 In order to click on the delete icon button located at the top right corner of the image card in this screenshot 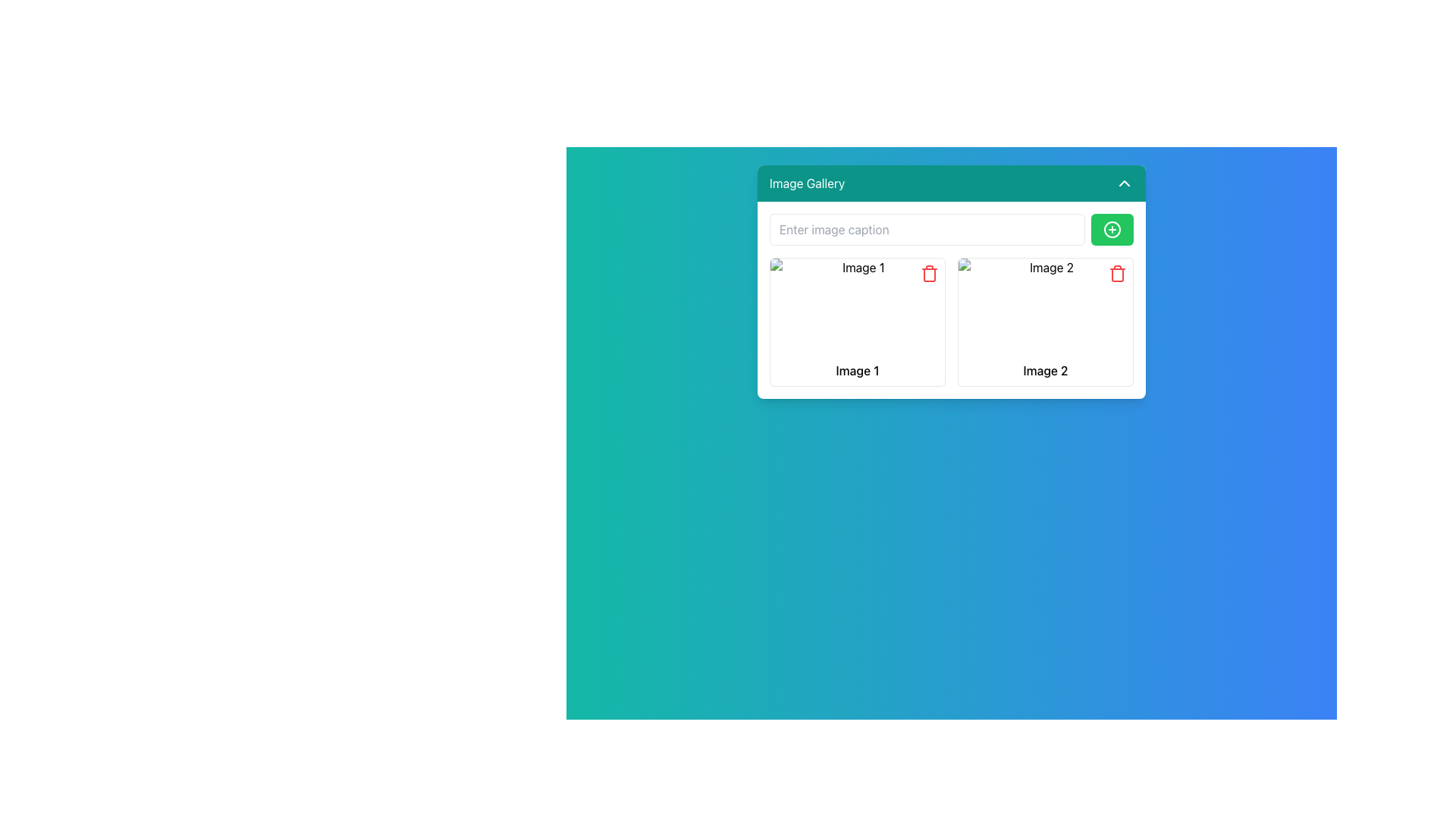, I will do `click(1117, 274)`.